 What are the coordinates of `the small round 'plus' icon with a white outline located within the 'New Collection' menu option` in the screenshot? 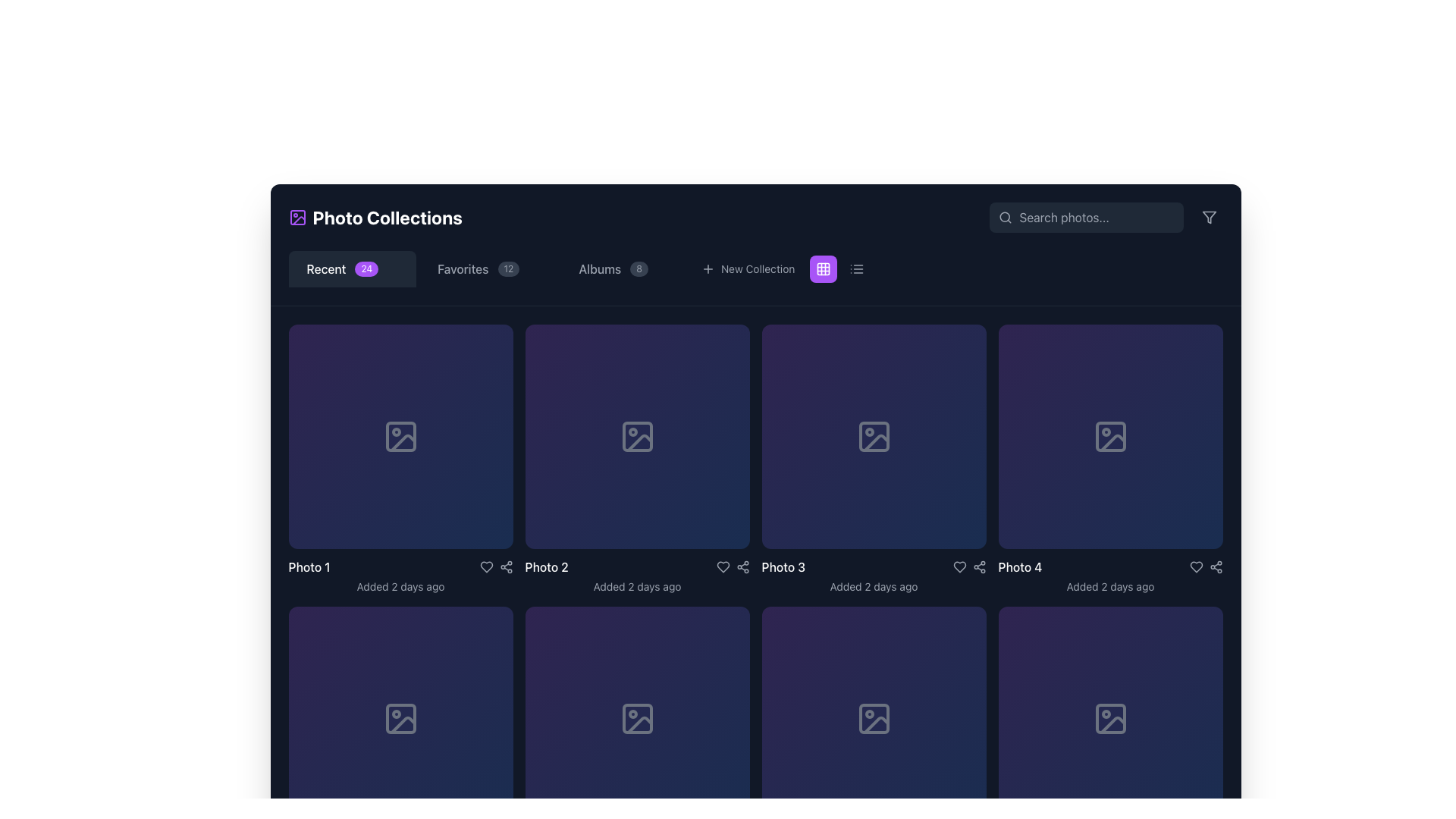 It's located at (707, 268).